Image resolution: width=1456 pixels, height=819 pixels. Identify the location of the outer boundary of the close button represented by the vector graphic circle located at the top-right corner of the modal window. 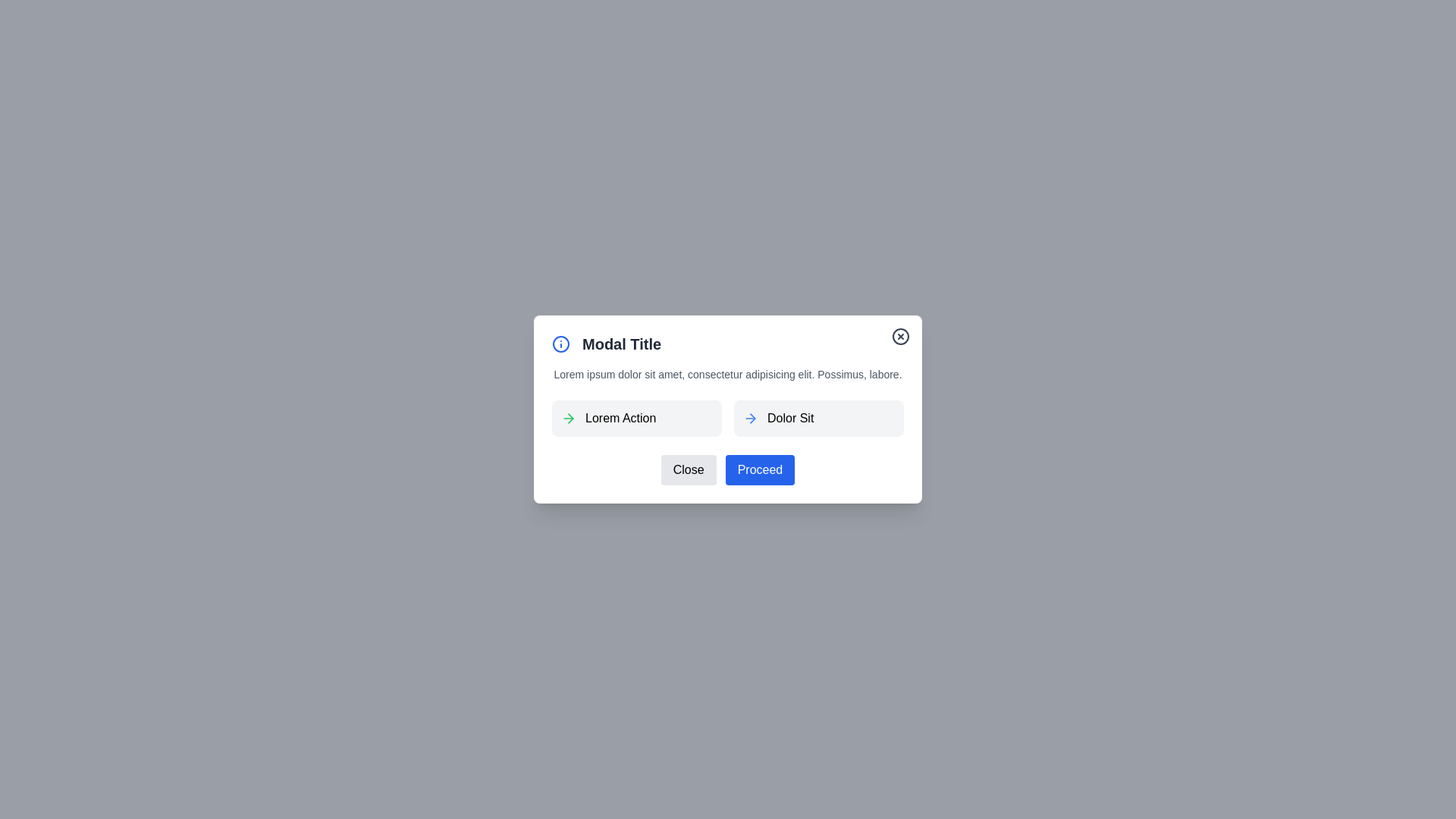
(901, 335).